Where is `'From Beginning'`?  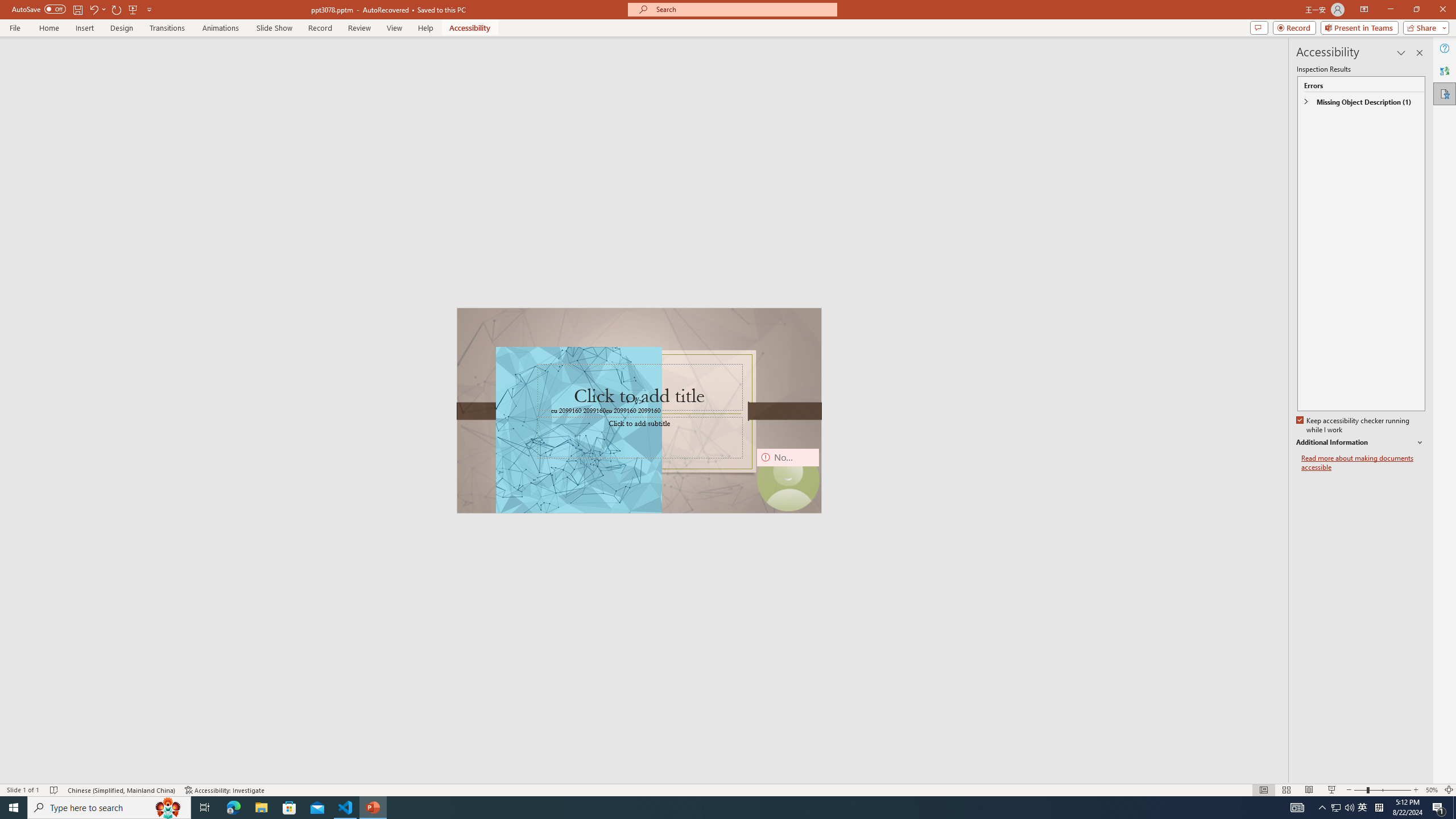
'From Beginning' is located at coordinates (133, 9).